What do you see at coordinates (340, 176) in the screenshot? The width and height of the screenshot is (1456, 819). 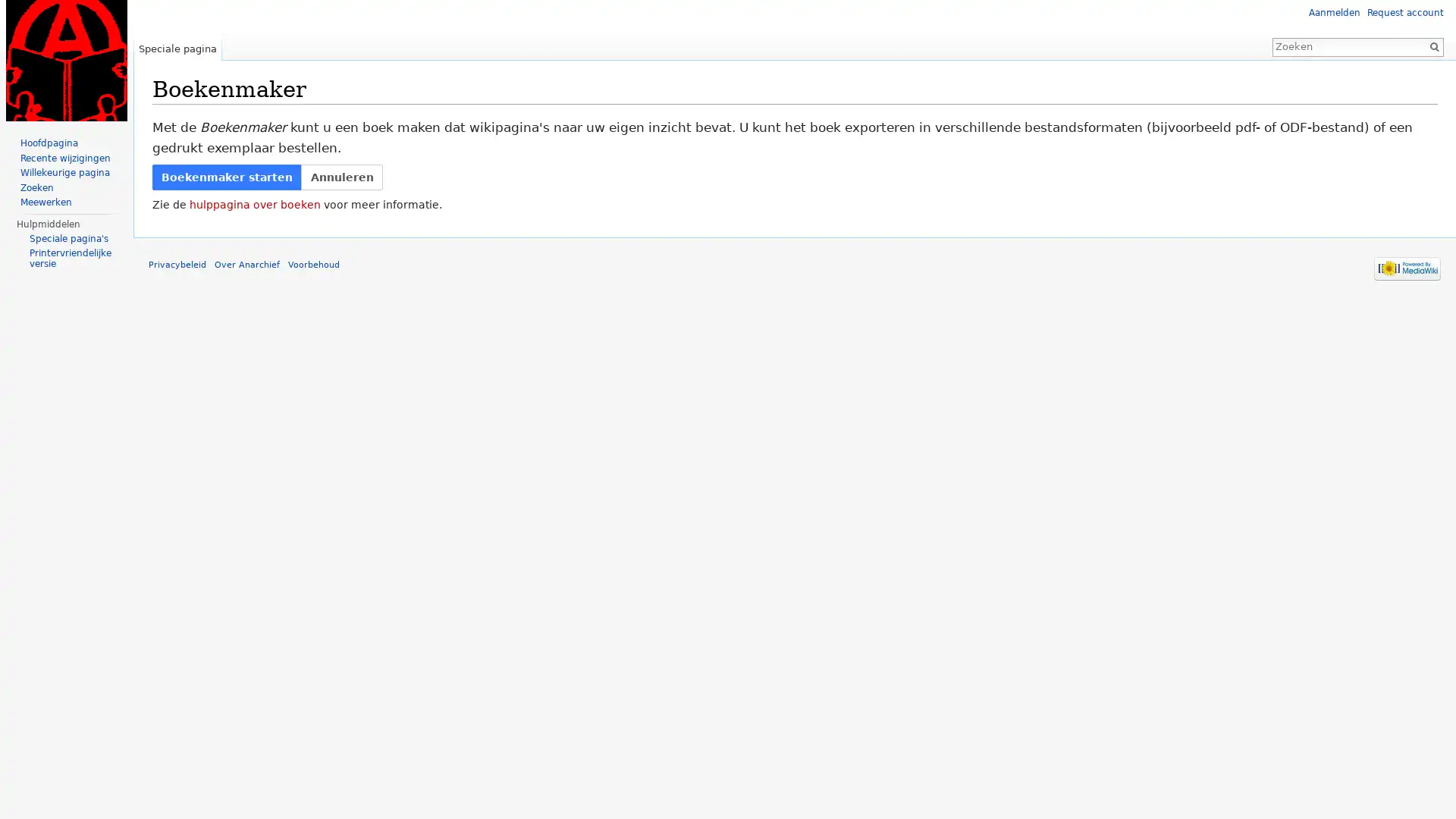 I see `Annuleren` at bounding box center [340, 176].